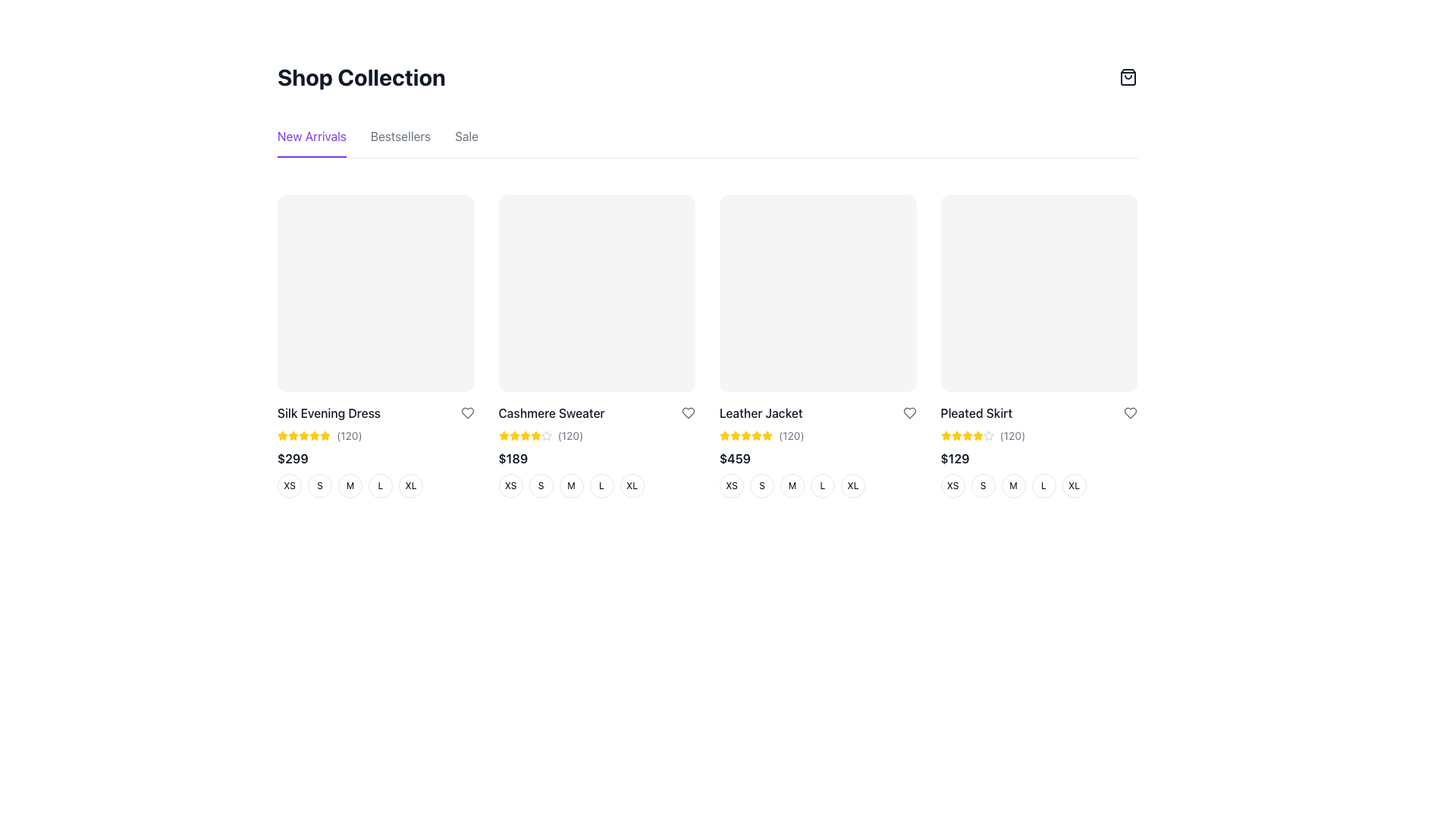  I want to click on the star-shaped icon filled with yellow color and outlined in white for the rating display located in the third product card from the left, so click(757, 435).